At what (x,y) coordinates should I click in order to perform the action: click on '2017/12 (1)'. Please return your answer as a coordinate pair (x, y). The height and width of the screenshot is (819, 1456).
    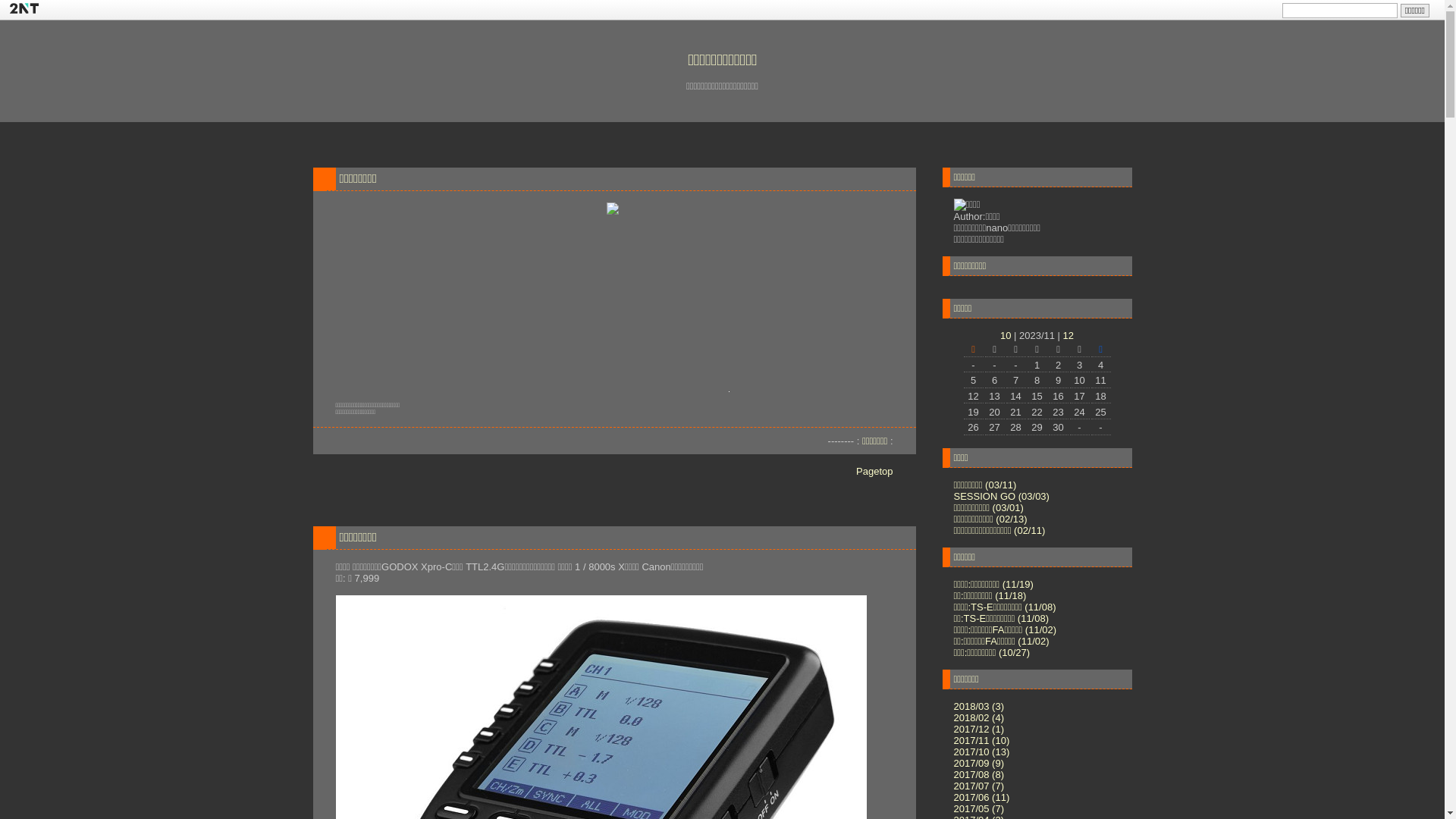
    Looking at the image, I should click on (952, 728).